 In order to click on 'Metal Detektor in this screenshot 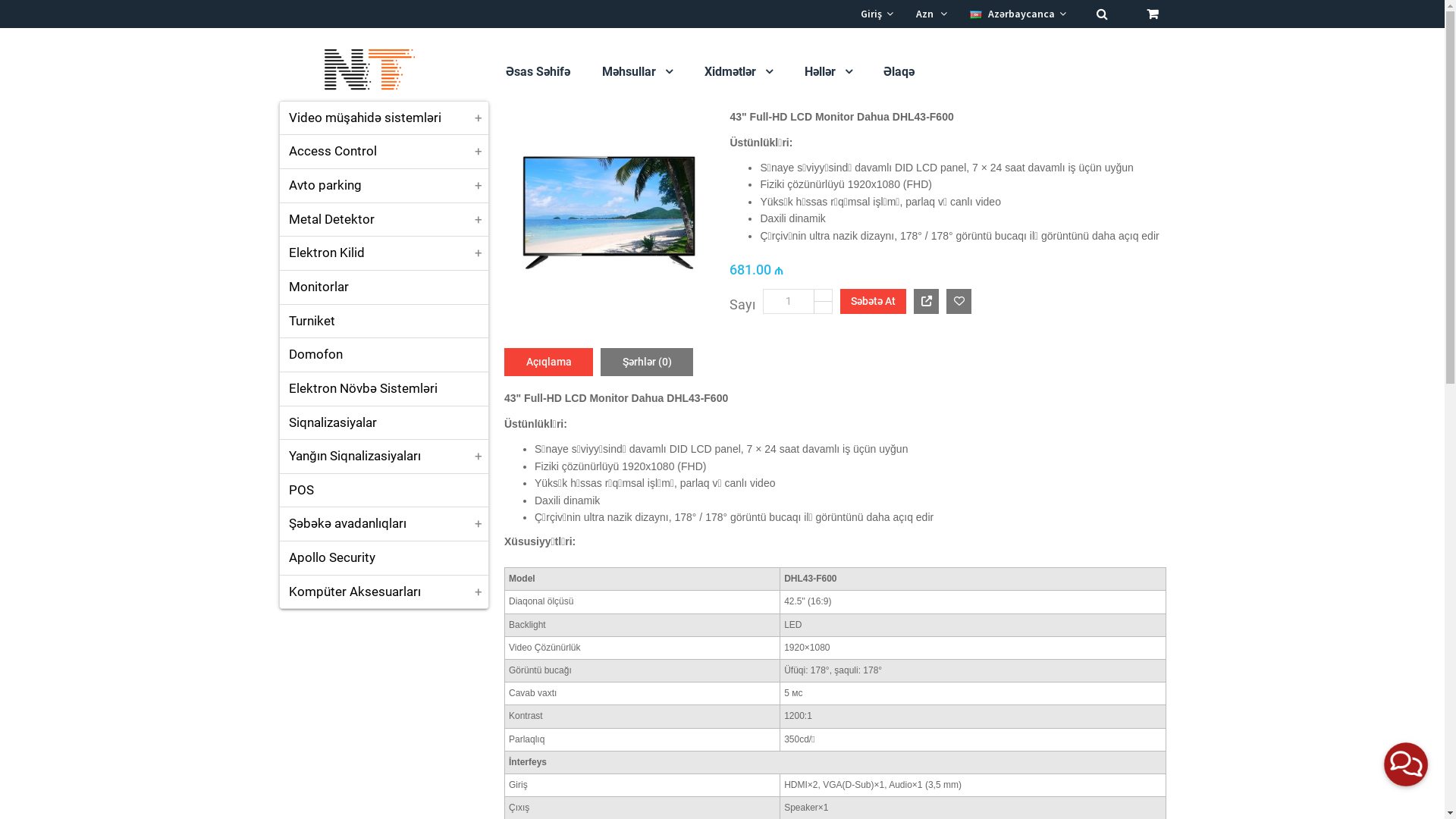, I will do `click(383, 219)`.